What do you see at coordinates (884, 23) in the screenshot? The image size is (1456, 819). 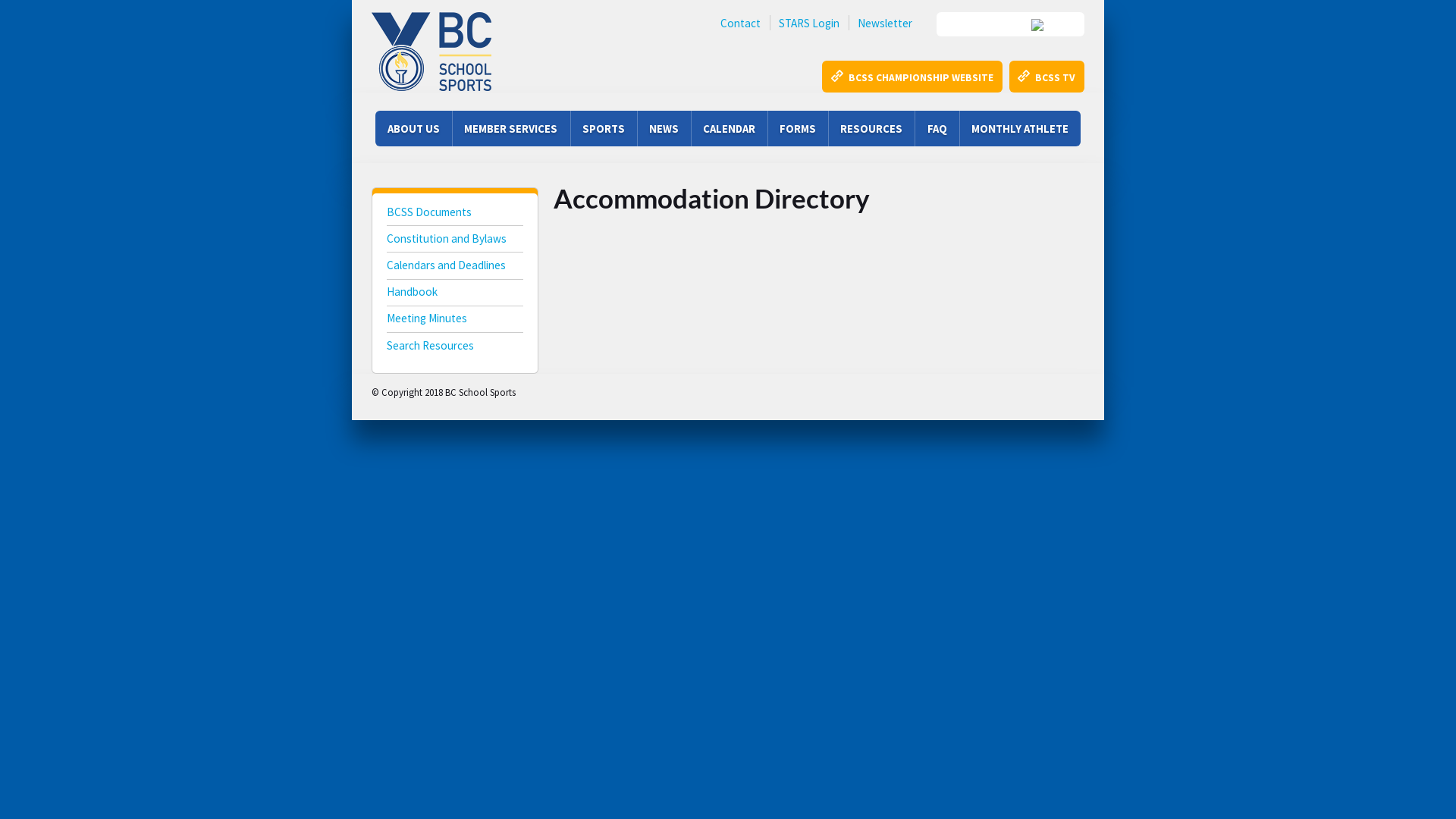 I see `'Newsletter'` at bounding box center [884, 23].